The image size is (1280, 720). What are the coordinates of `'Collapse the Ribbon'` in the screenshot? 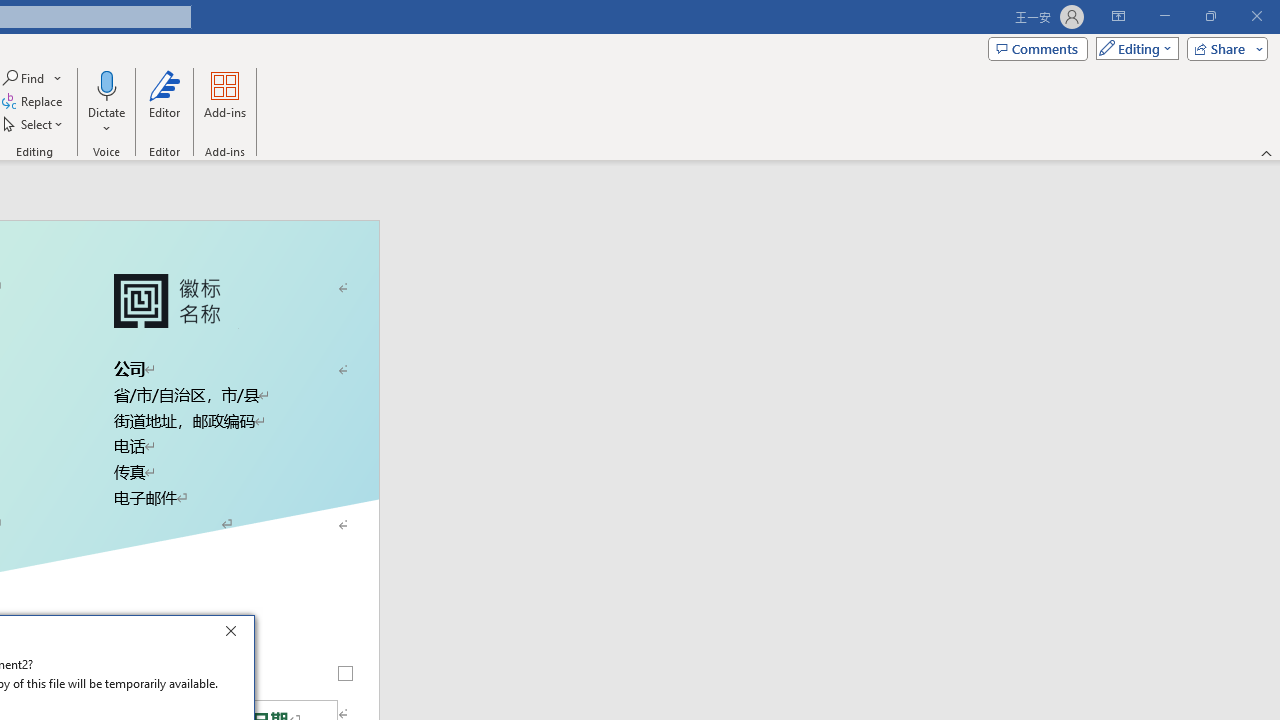 It's located at (1266, 152).